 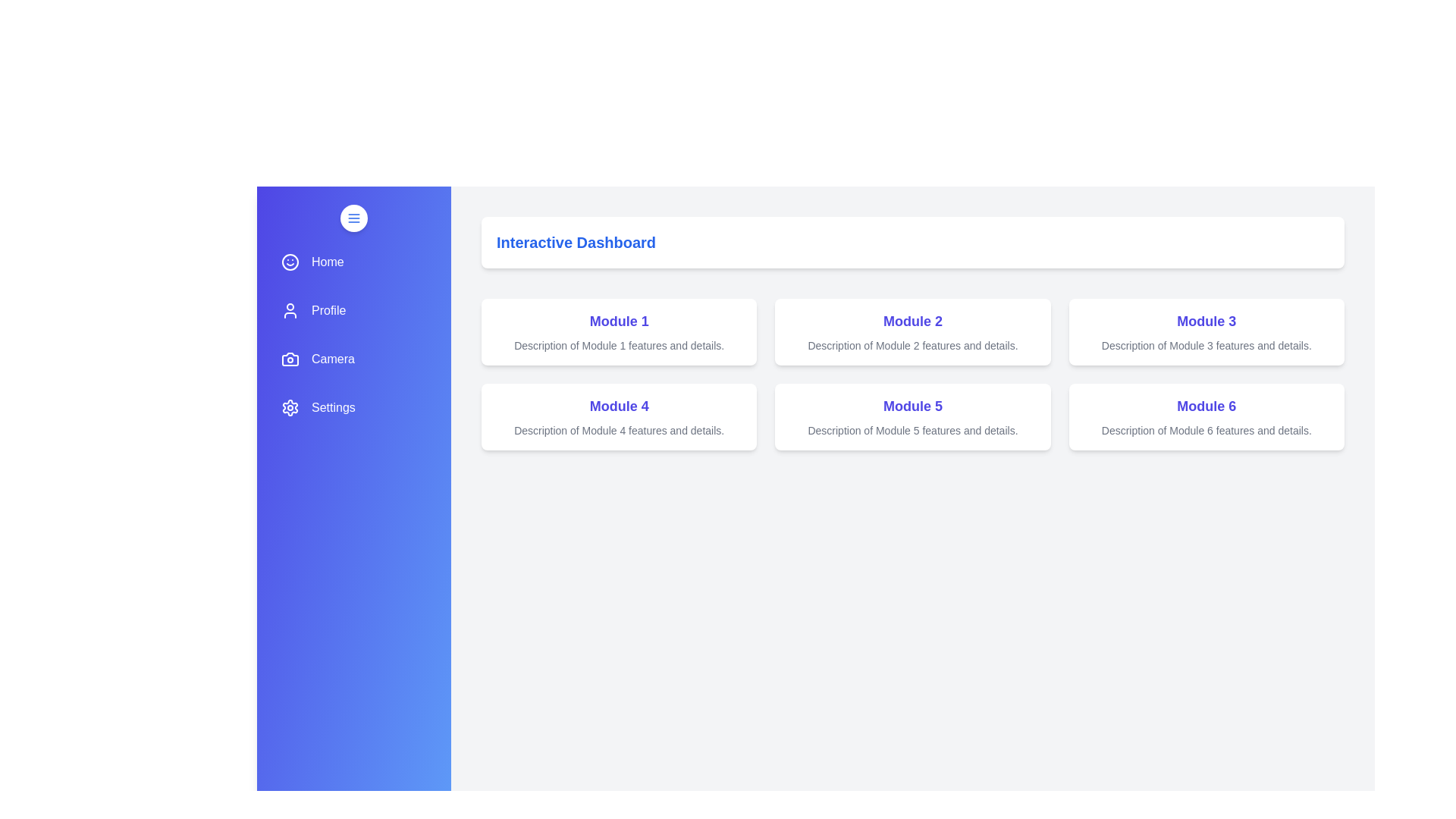 What do you see at coordinates (332, 406) in the screenshot?
I see `the 'Settings' text label in the vertical navigation menu, which is the fourth item and is located below the gear icon` at bounding box center [332, 406].